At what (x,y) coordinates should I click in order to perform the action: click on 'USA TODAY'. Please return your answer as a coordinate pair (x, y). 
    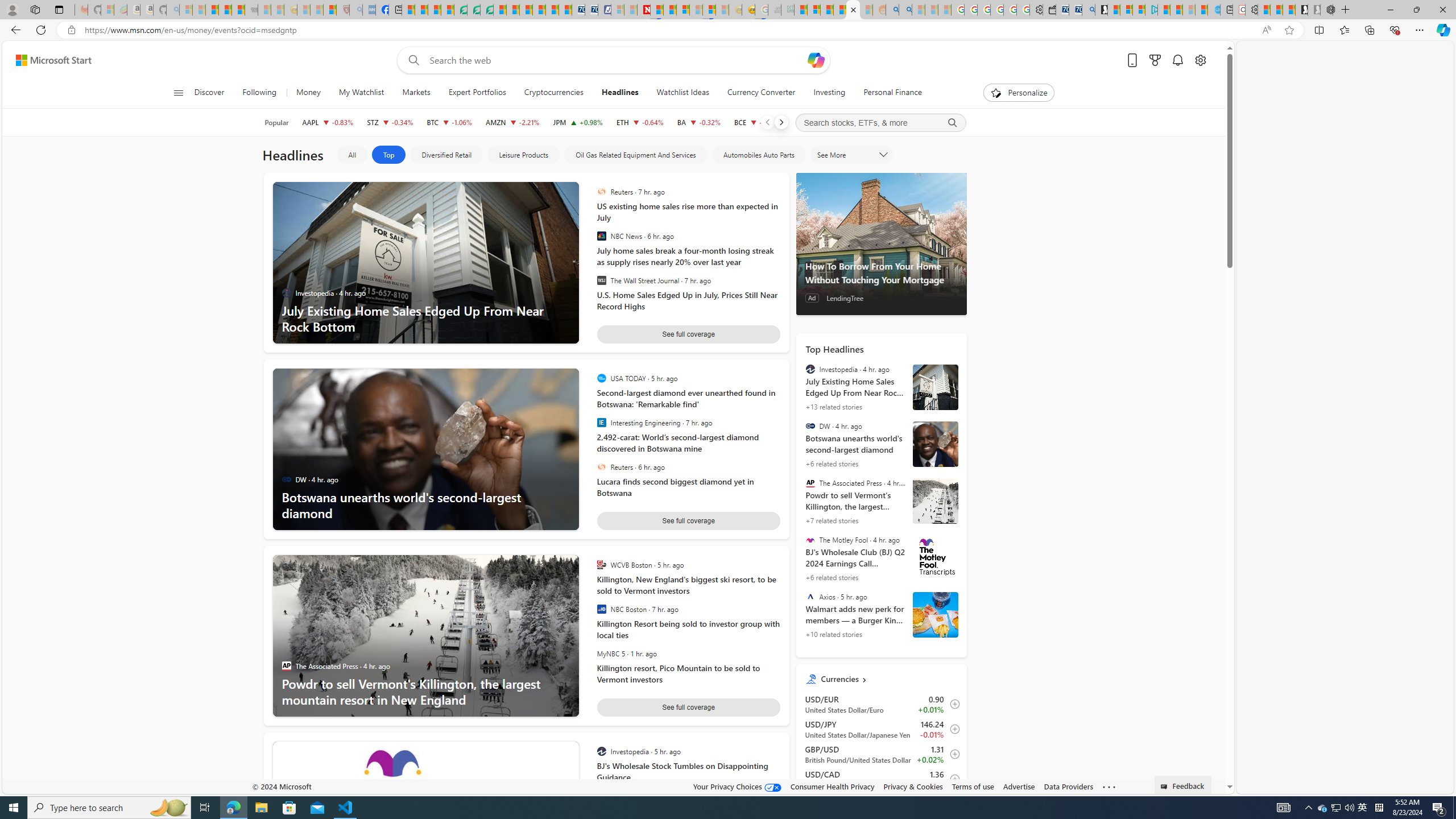
    Looking at the image, I should click on (601, 378).